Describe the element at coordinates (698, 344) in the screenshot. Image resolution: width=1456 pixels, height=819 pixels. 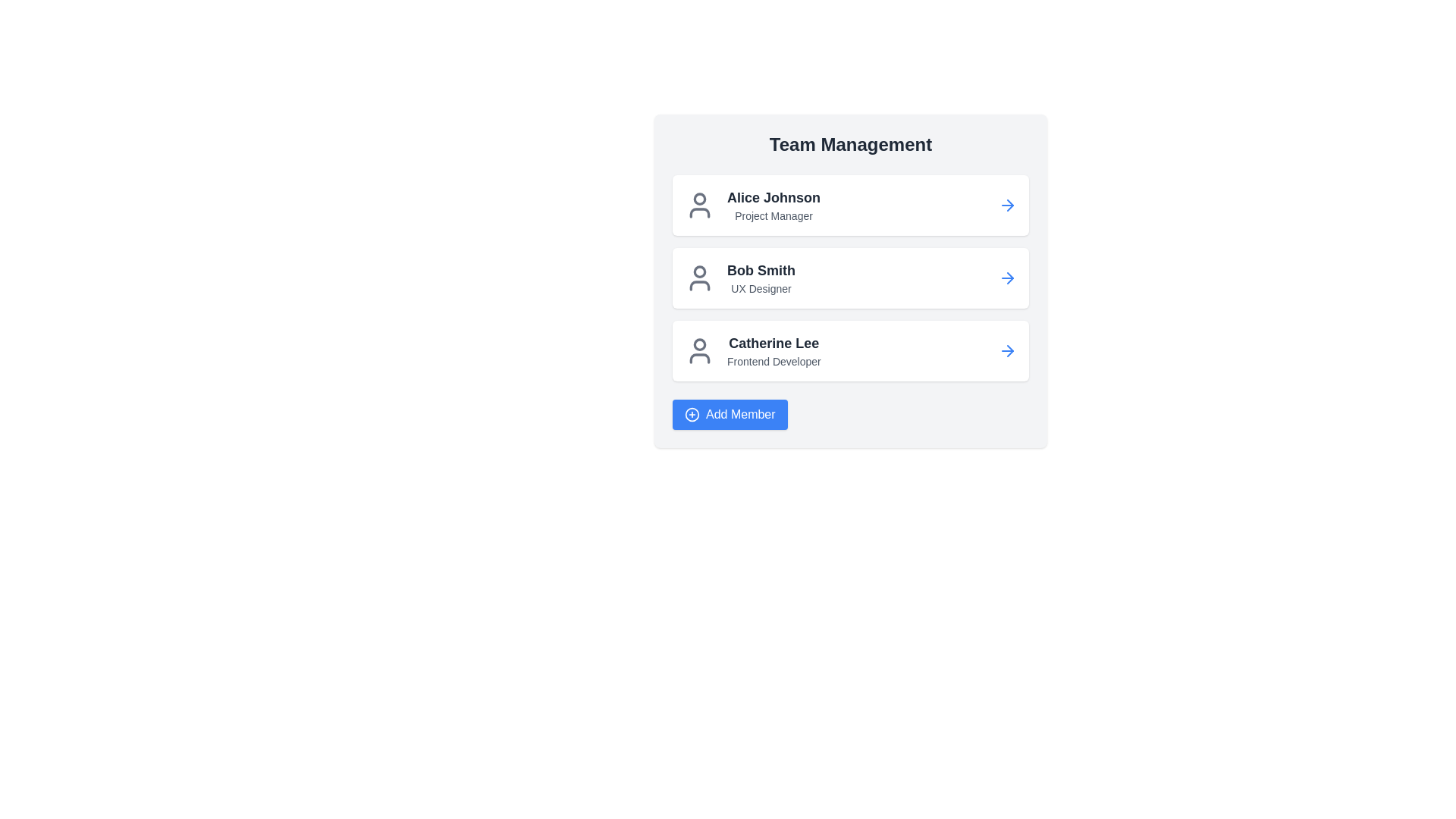
I see `the user avatar icon, which is a circular shape representing a user's head, located within the outlined user icon next to 'Catherine Lee' in the 'Team Management' card` at that location.